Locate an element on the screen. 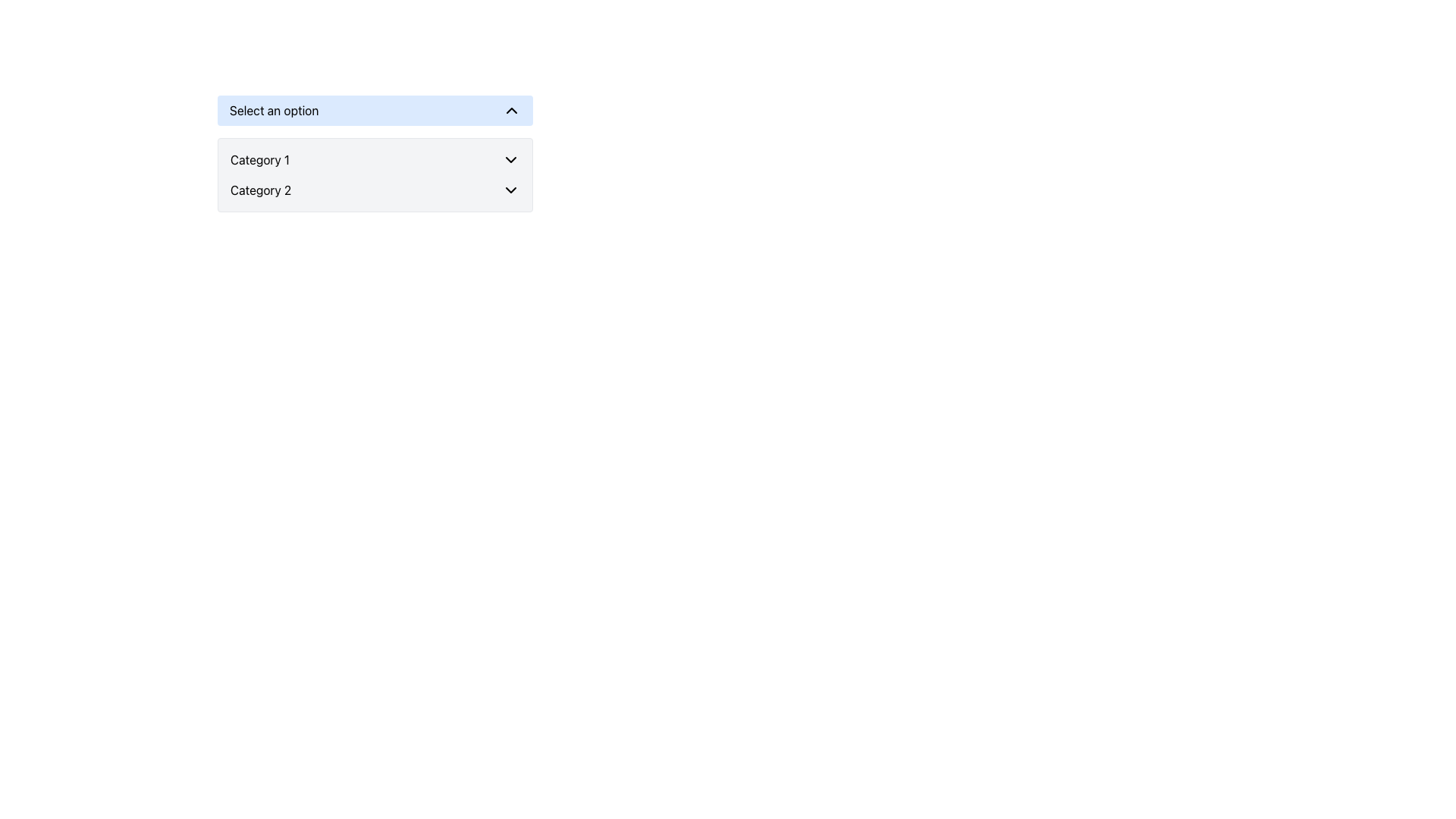 Image resolution: width=1456 pixels, height=819 pixels. the first option 'Category 1' in the dropdown menu titled 'Select an option' is located at coordinates (375, 160).